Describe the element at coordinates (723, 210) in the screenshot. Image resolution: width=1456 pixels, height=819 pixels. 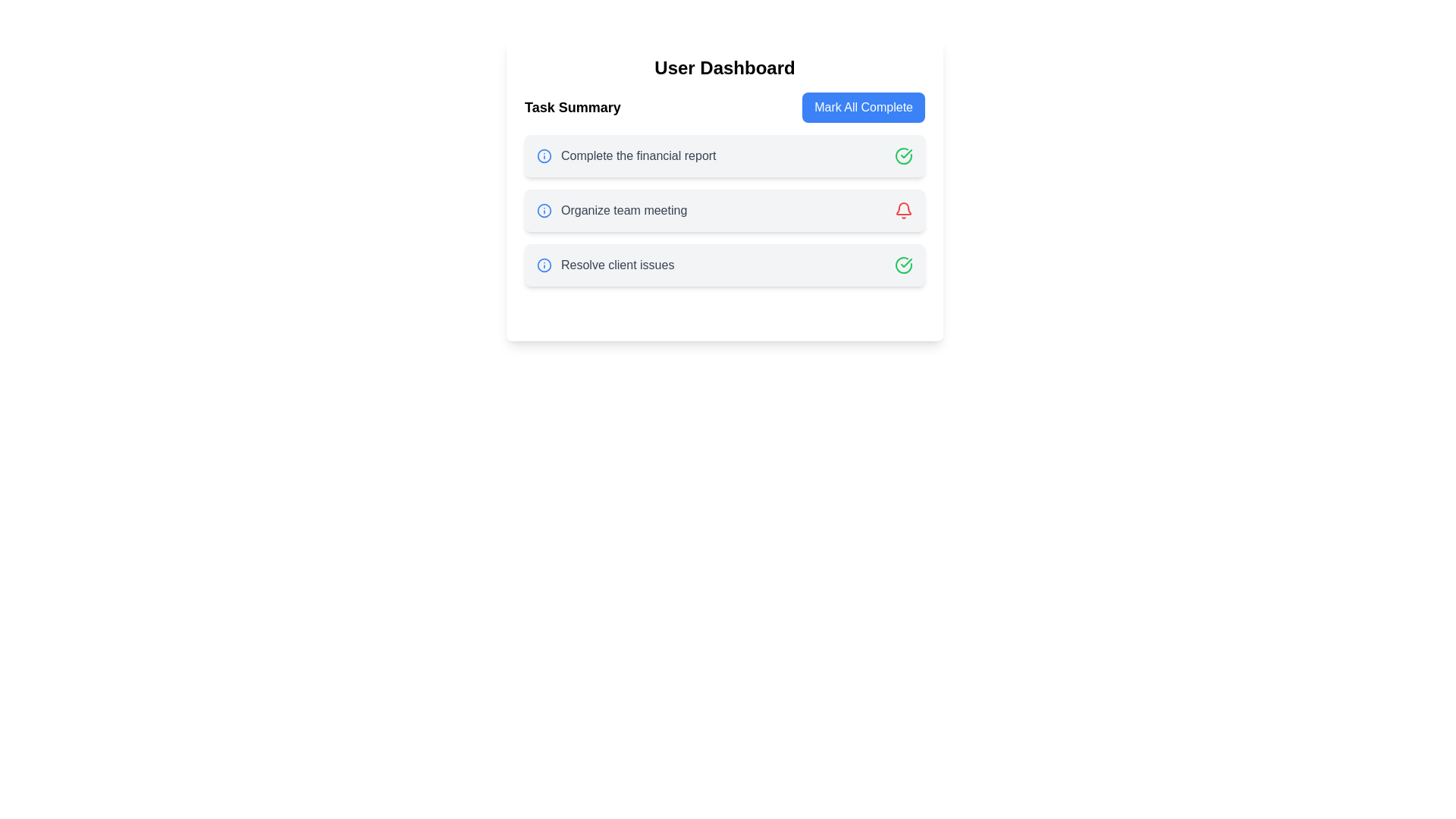
I see `the 'Organize team meeting' task card within the Task Summary section` at that location.